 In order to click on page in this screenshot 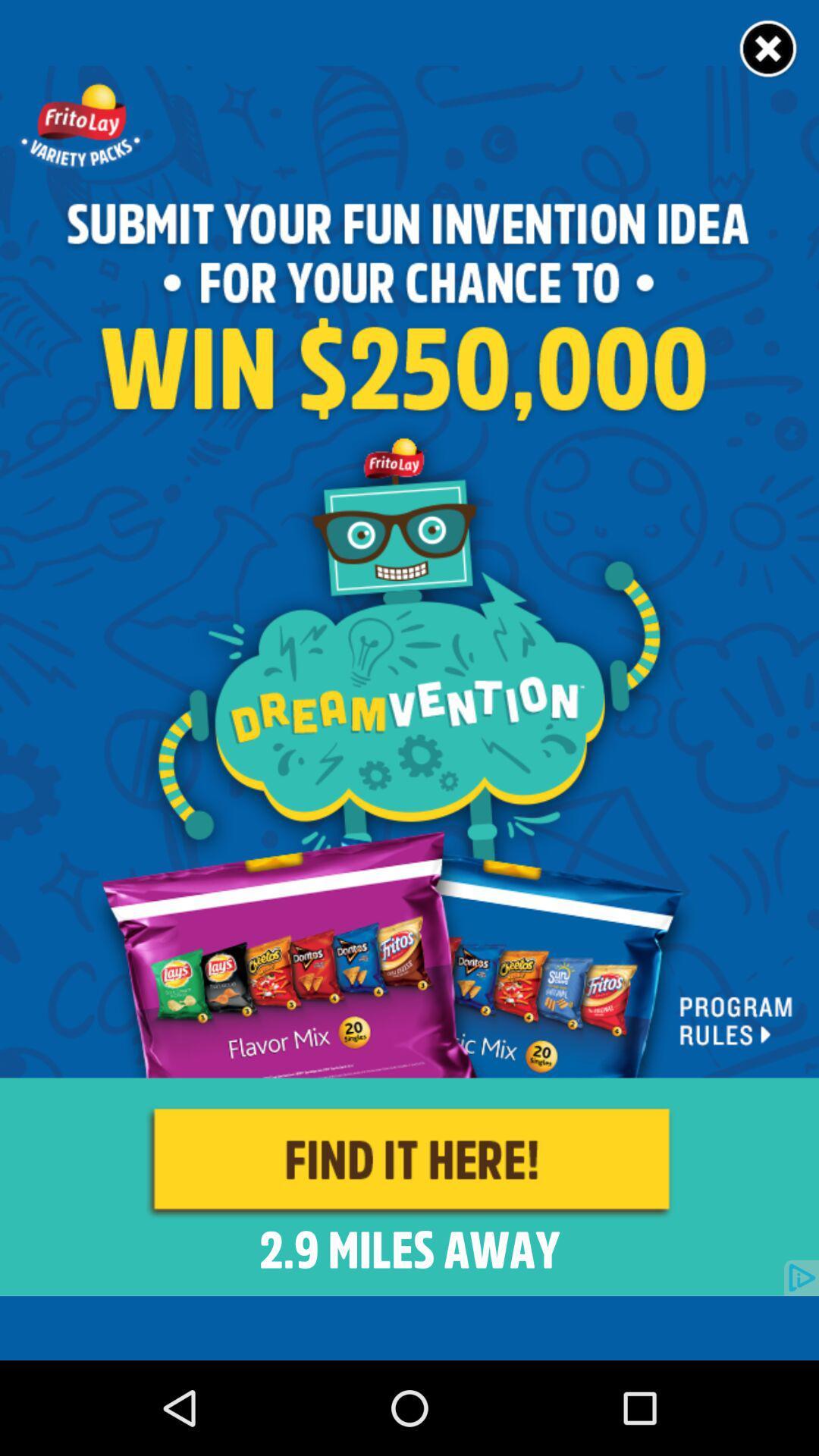, I will do `click(769, 49)`.